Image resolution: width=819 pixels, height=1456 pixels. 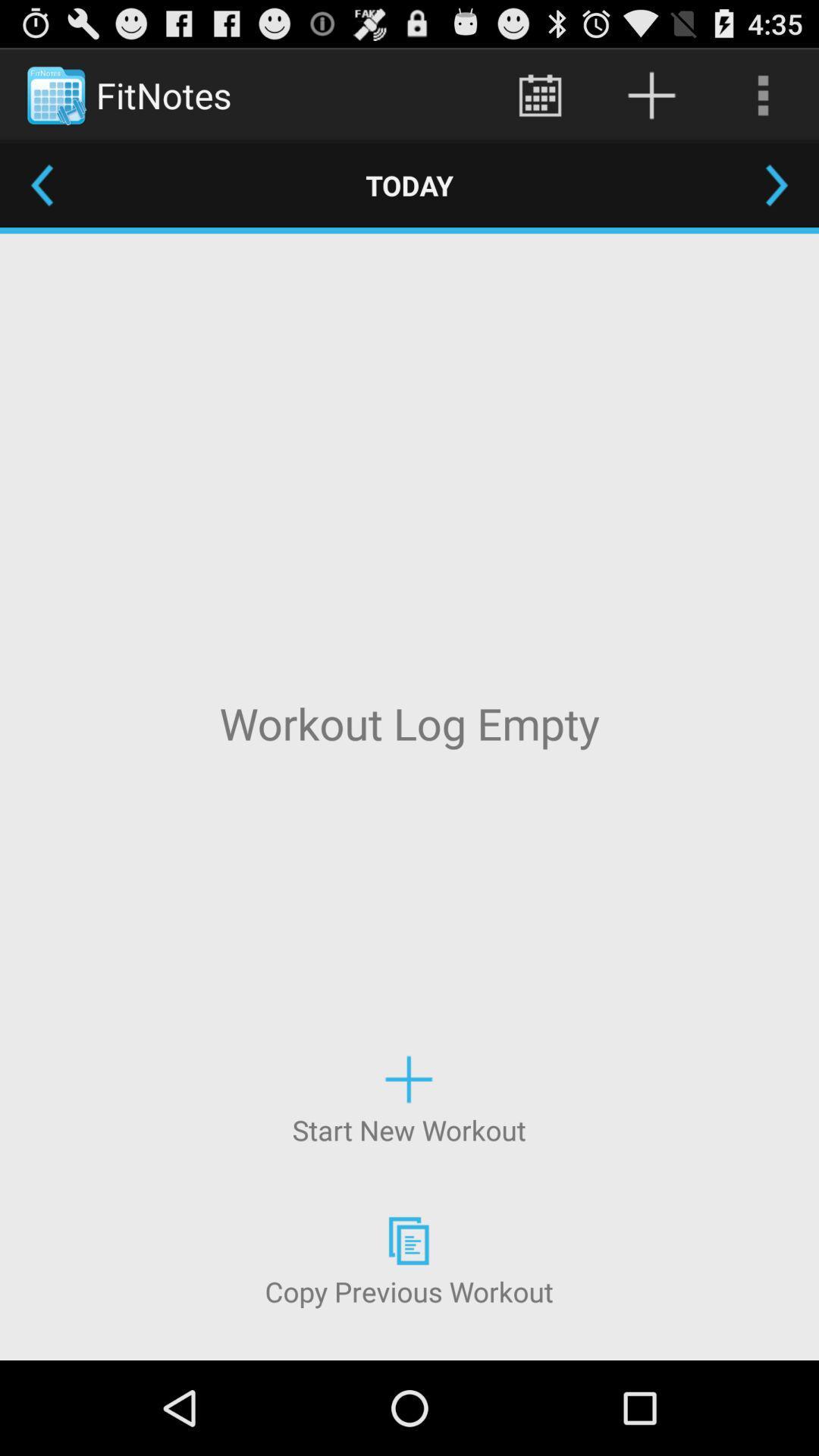 I want to click on today item, so click(x=409, y=184).